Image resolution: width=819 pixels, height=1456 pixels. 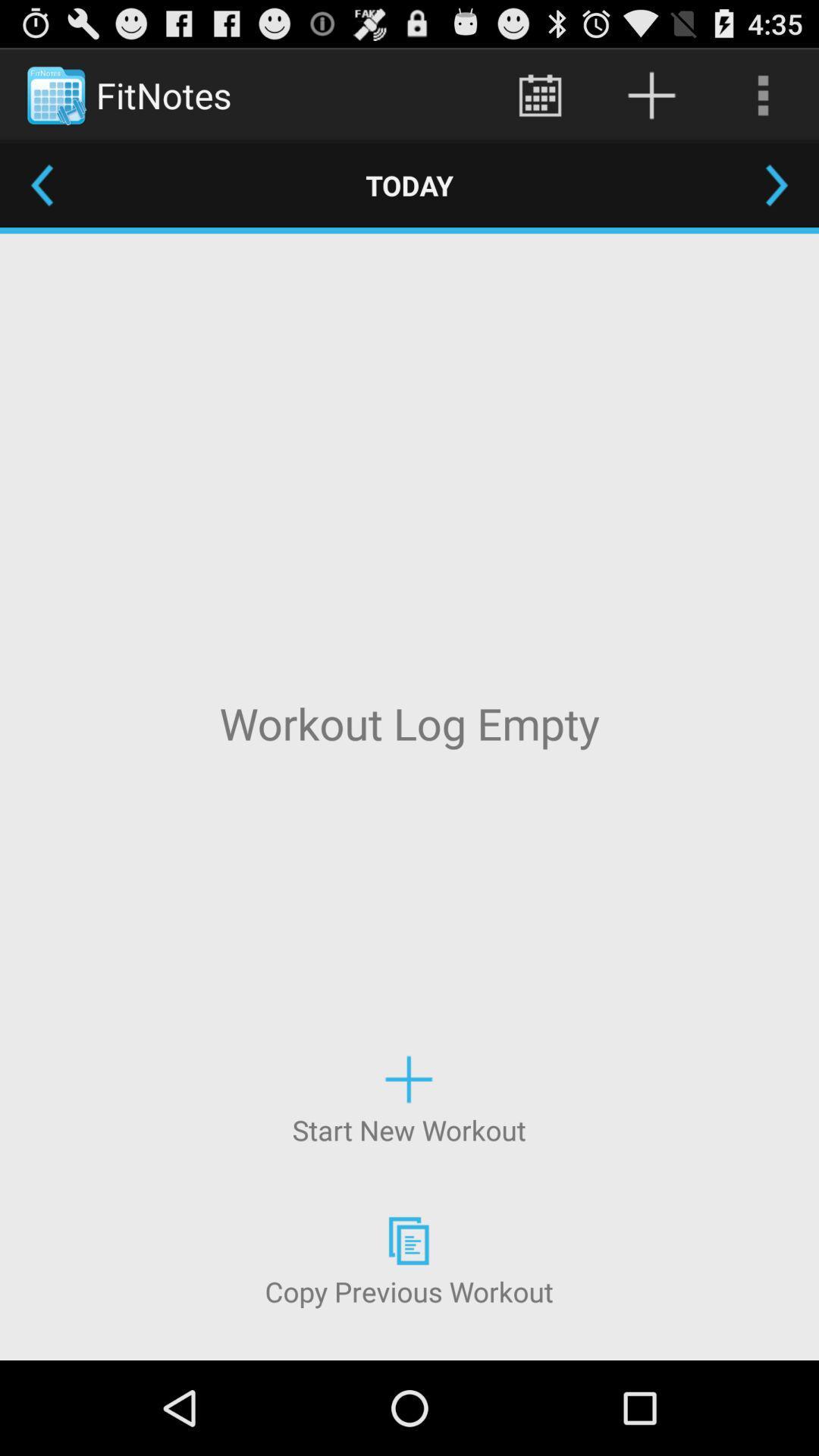 I want to click on today item, so click(x=409, y=184).